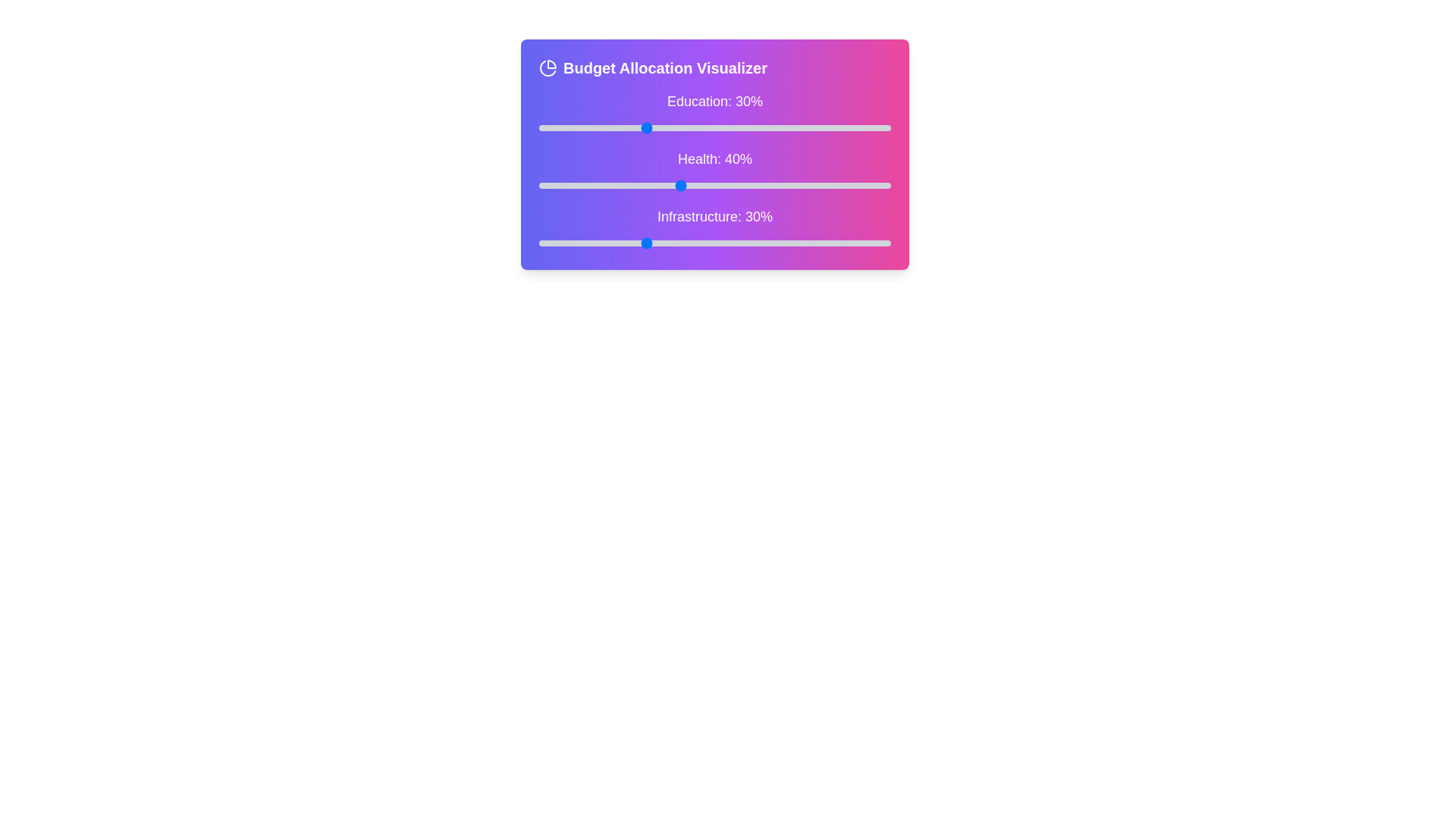 Image resolution: width=1456 pixels, height=819 pixels. Describe the element at coordinates (605, 185) in the screenshot. I see `health allocation` at that location.